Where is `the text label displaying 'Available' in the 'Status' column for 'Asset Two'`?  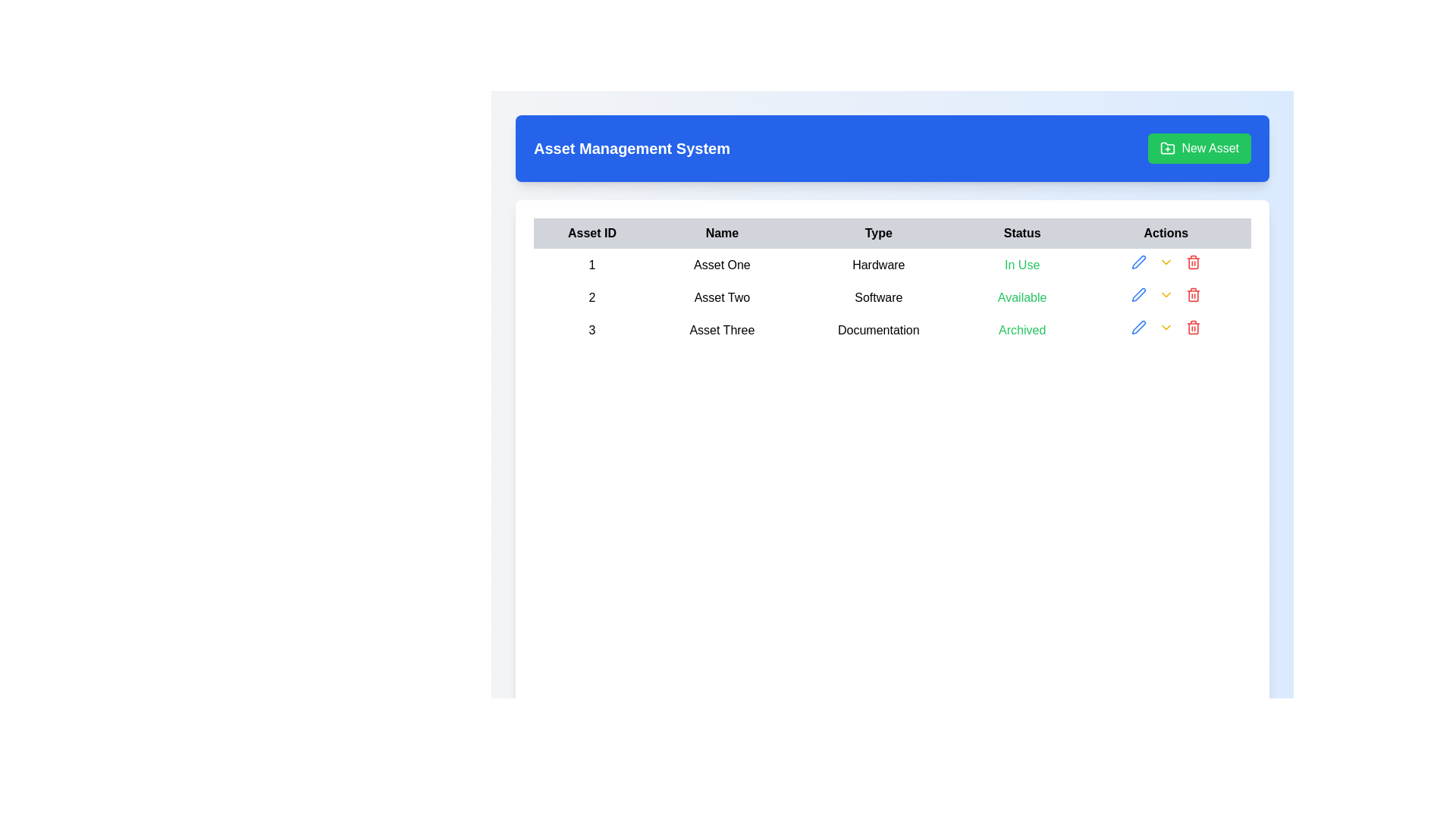 the text label displaying 'Available' in the 'Status' column for 'Asset Two' is located at coordinates (1022, 297).